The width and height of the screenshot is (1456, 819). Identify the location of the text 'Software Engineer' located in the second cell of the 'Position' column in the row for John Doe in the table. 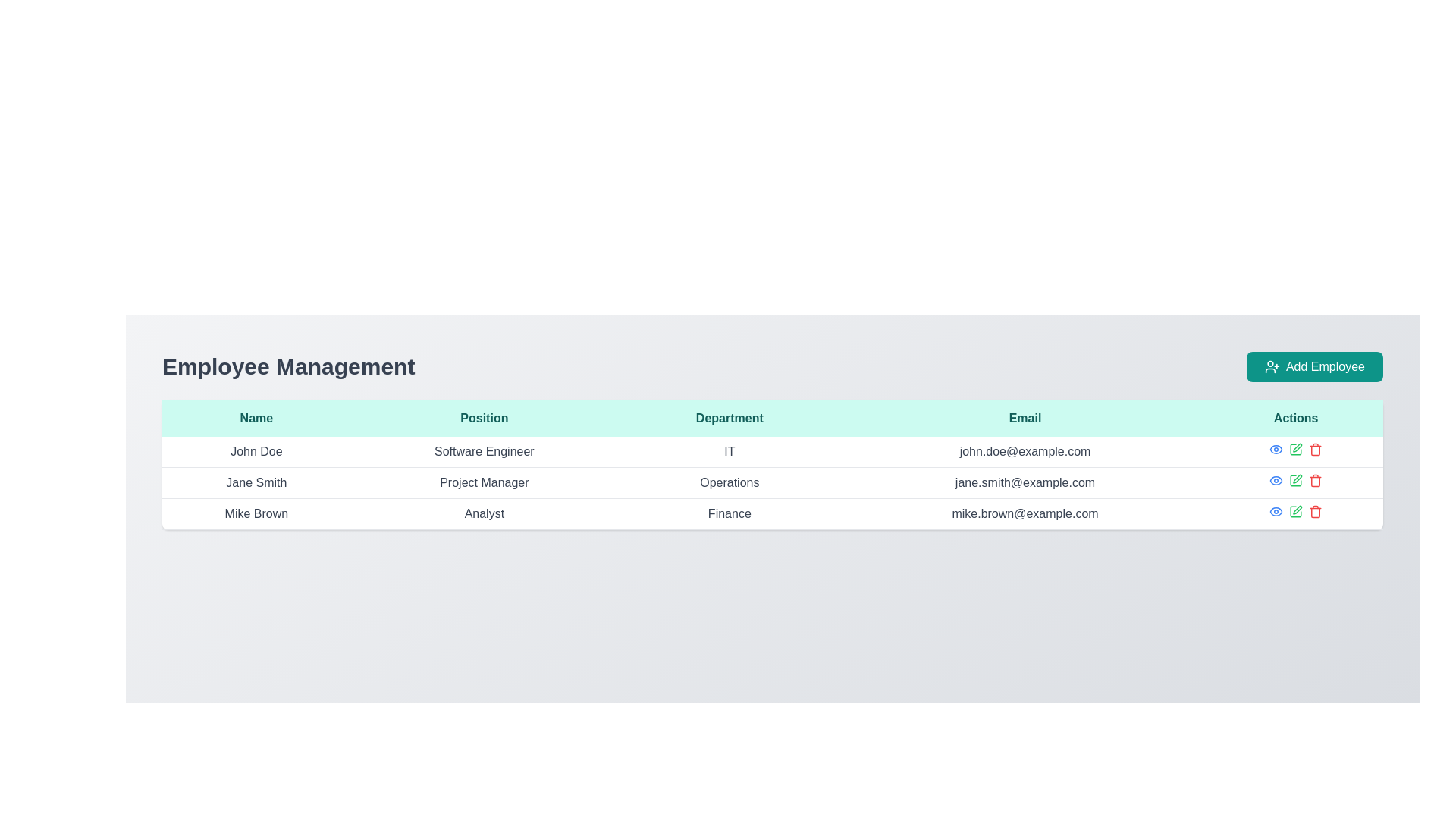
(483, 451).